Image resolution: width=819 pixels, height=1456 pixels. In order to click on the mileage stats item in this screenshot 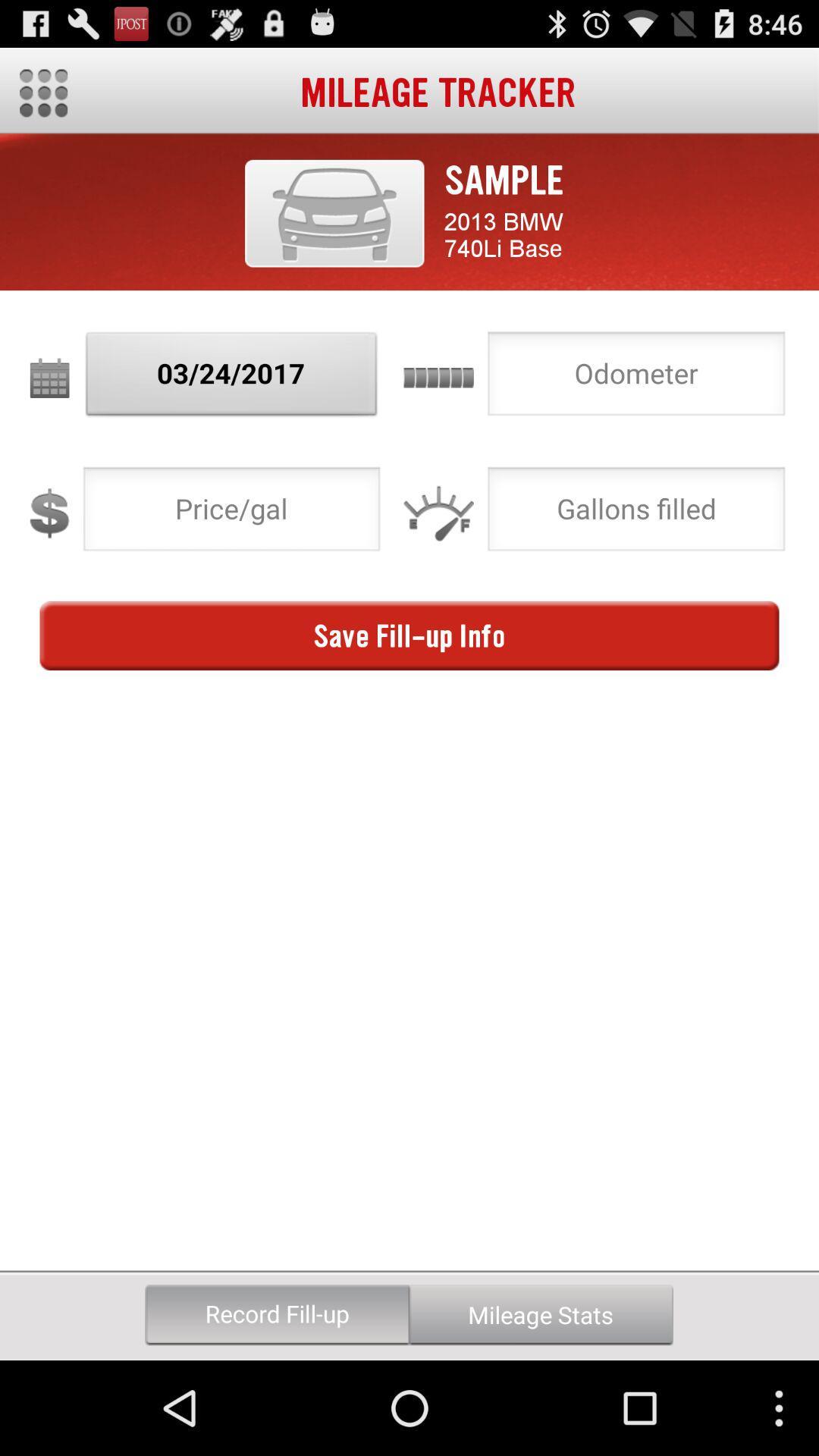, I will do `click(540, 1314)`.